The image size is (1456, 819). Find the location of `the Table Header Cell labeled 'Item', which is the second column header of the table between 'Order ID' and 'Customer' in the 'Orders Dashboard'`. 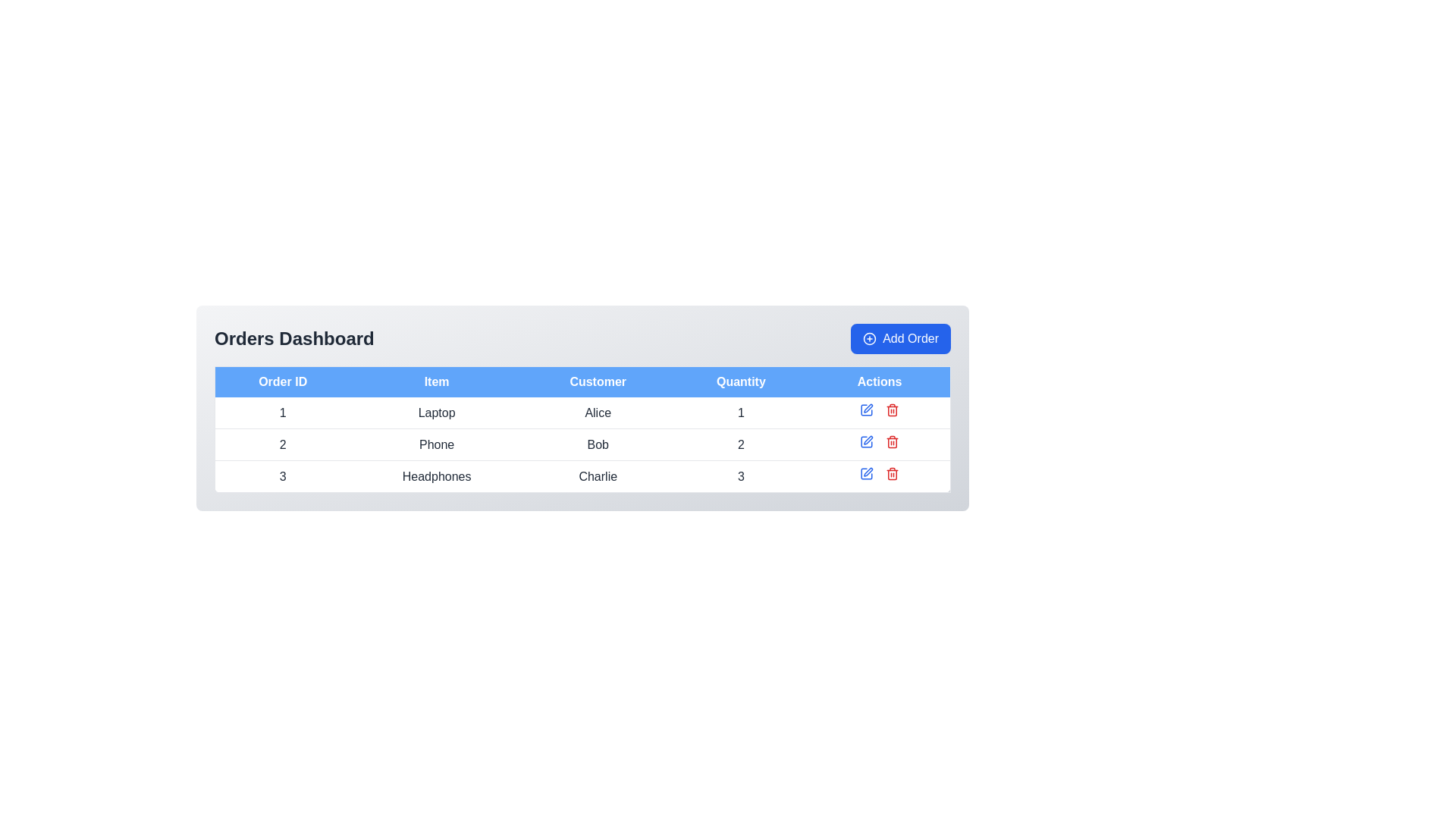

the Table Header Cell labeled 'Item', which is the second column header of the table between 'Order ID' and 'Customer' in the 'Orders Dashboard' is located at coordinates (436, 381).